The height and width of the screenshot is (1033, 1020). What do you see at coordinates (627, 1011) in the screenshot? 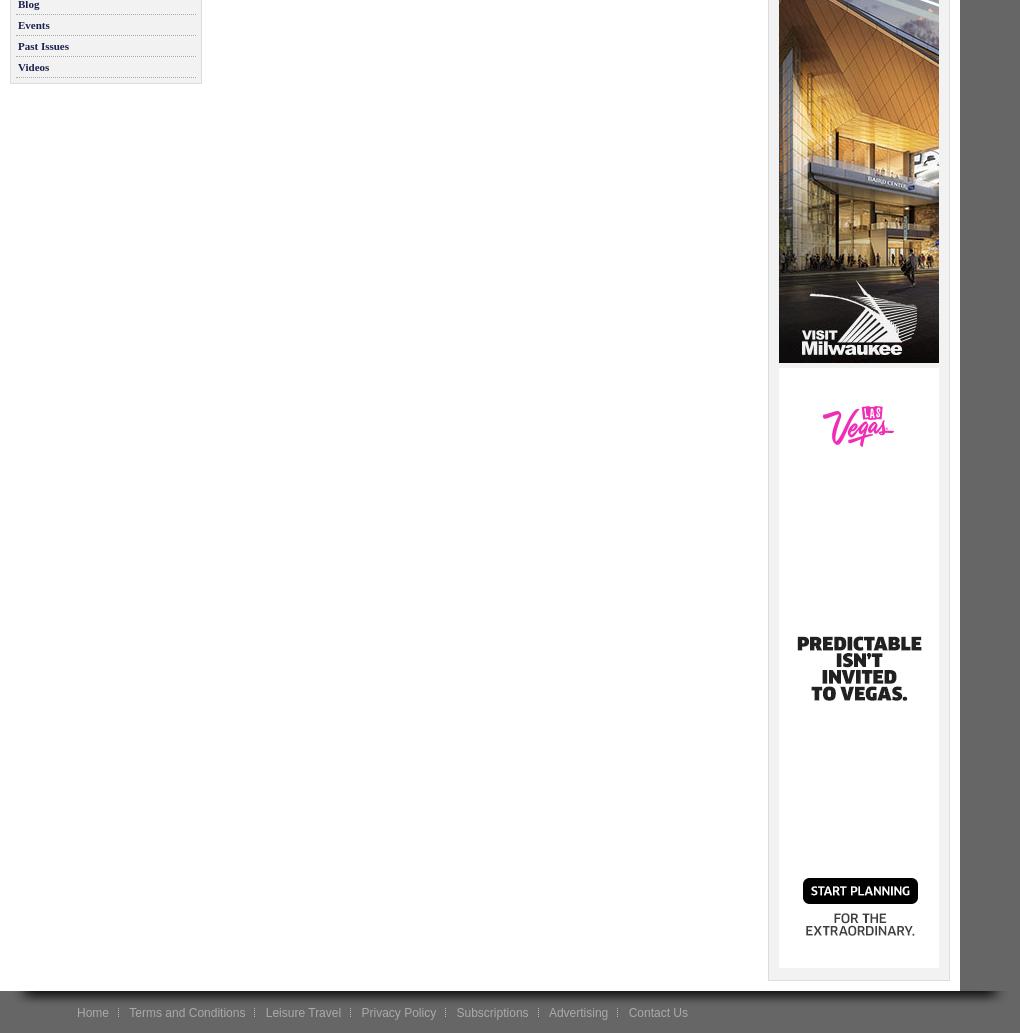
I see `'Contact Us'` at bounding box center [627, 1011].